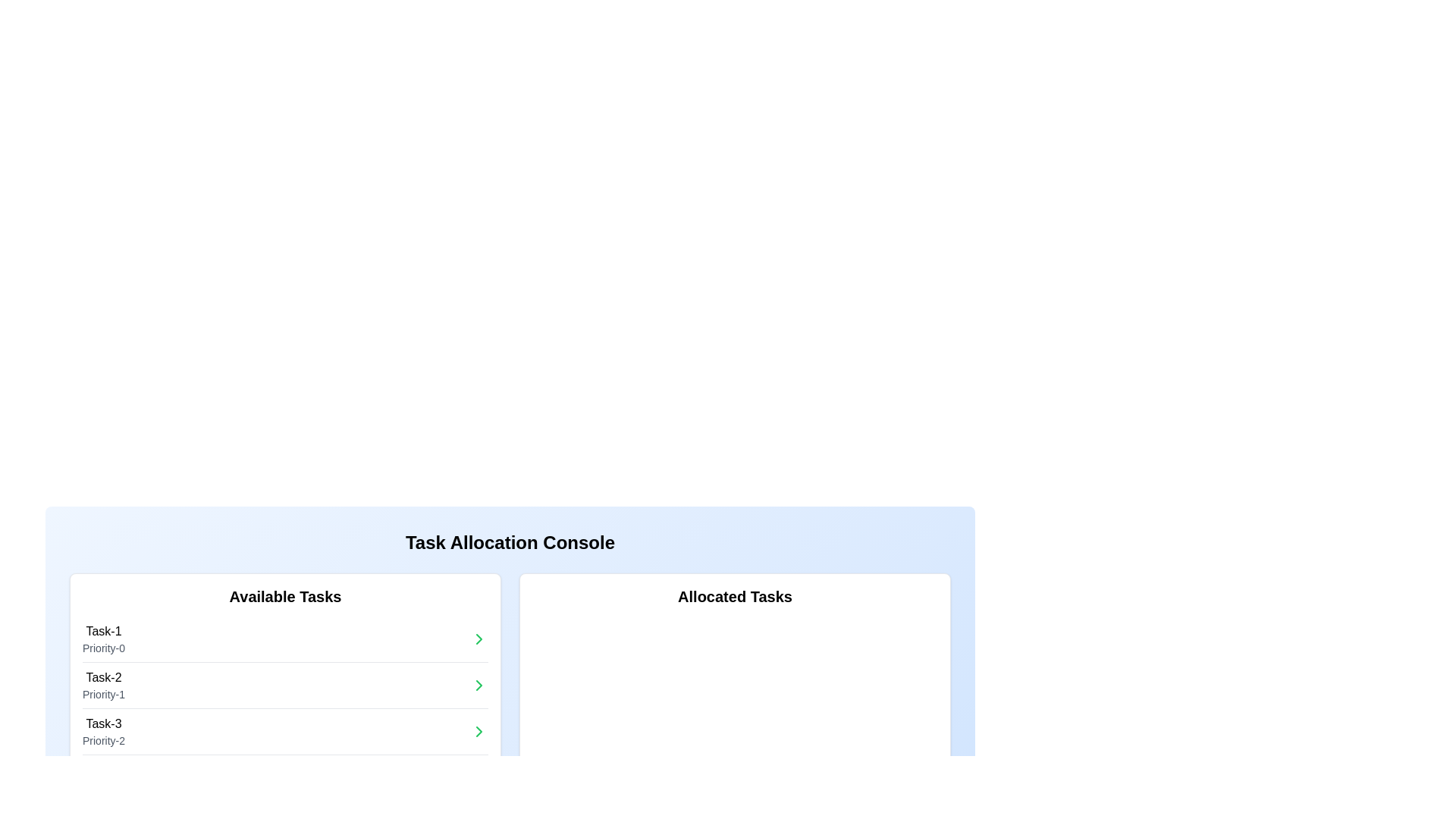 The width and height of the screenshot is (1456, 819). I want to click on the rightward-pointing green arrow icon in the 'Available Tasks' panel, associated with the 'Task-1 Priority-0' row, so click(479, 639).